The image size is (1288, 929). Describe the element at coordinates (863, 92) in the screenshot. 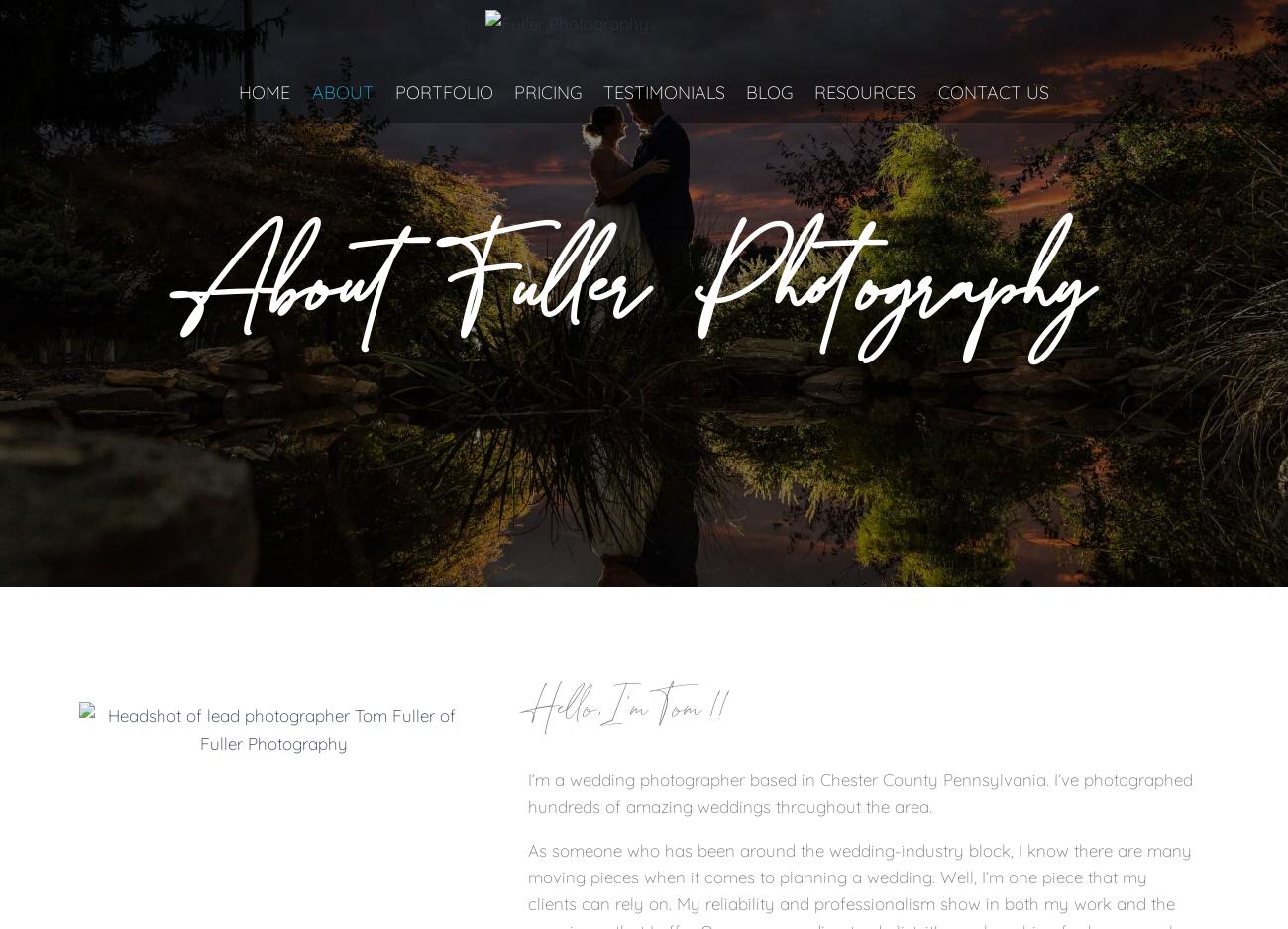

I see `'Resources'` at that location.